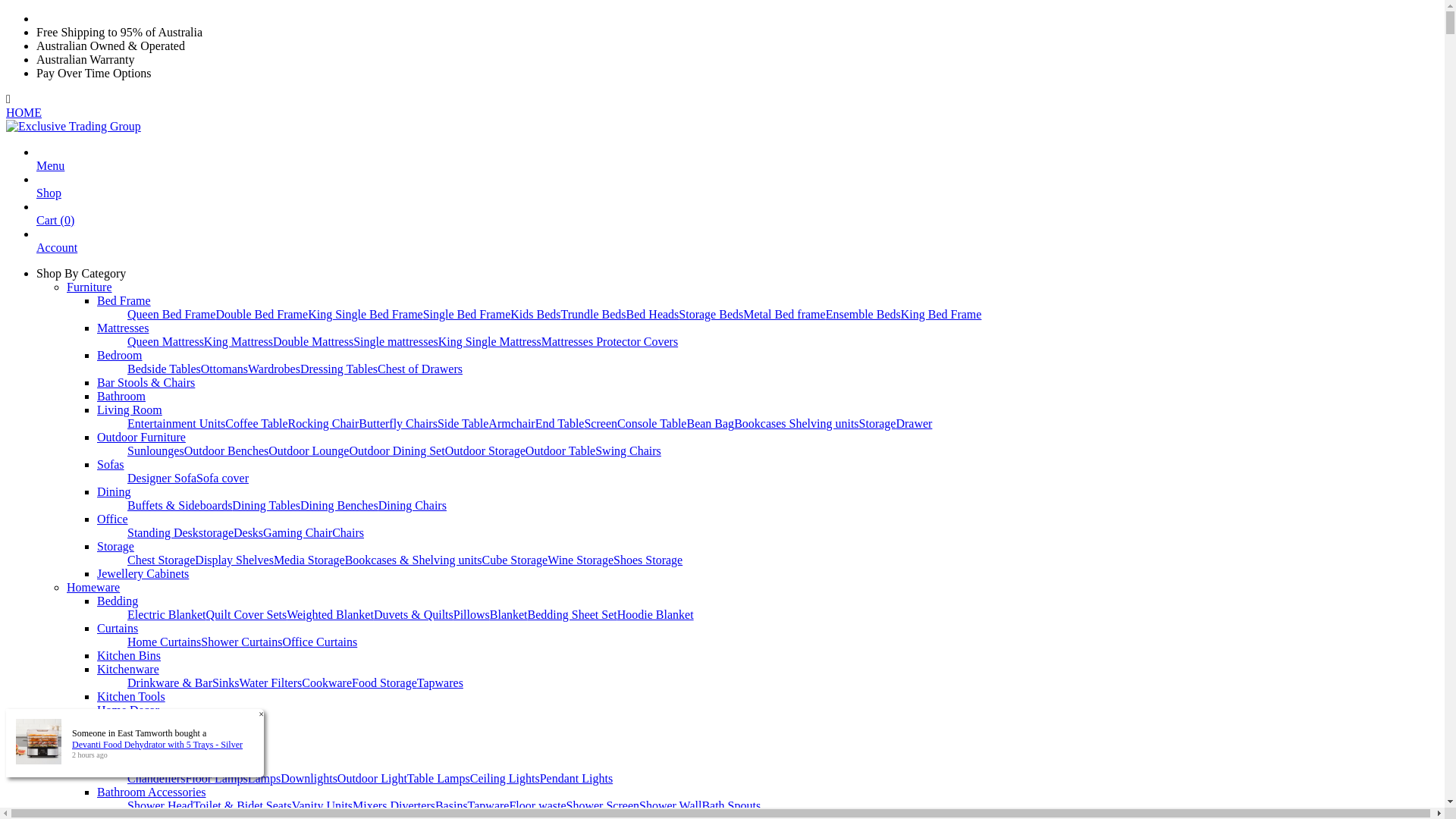 This screenshot has height=819, width=1456. I want to click on 'Storage Beds', so click(710, 313).